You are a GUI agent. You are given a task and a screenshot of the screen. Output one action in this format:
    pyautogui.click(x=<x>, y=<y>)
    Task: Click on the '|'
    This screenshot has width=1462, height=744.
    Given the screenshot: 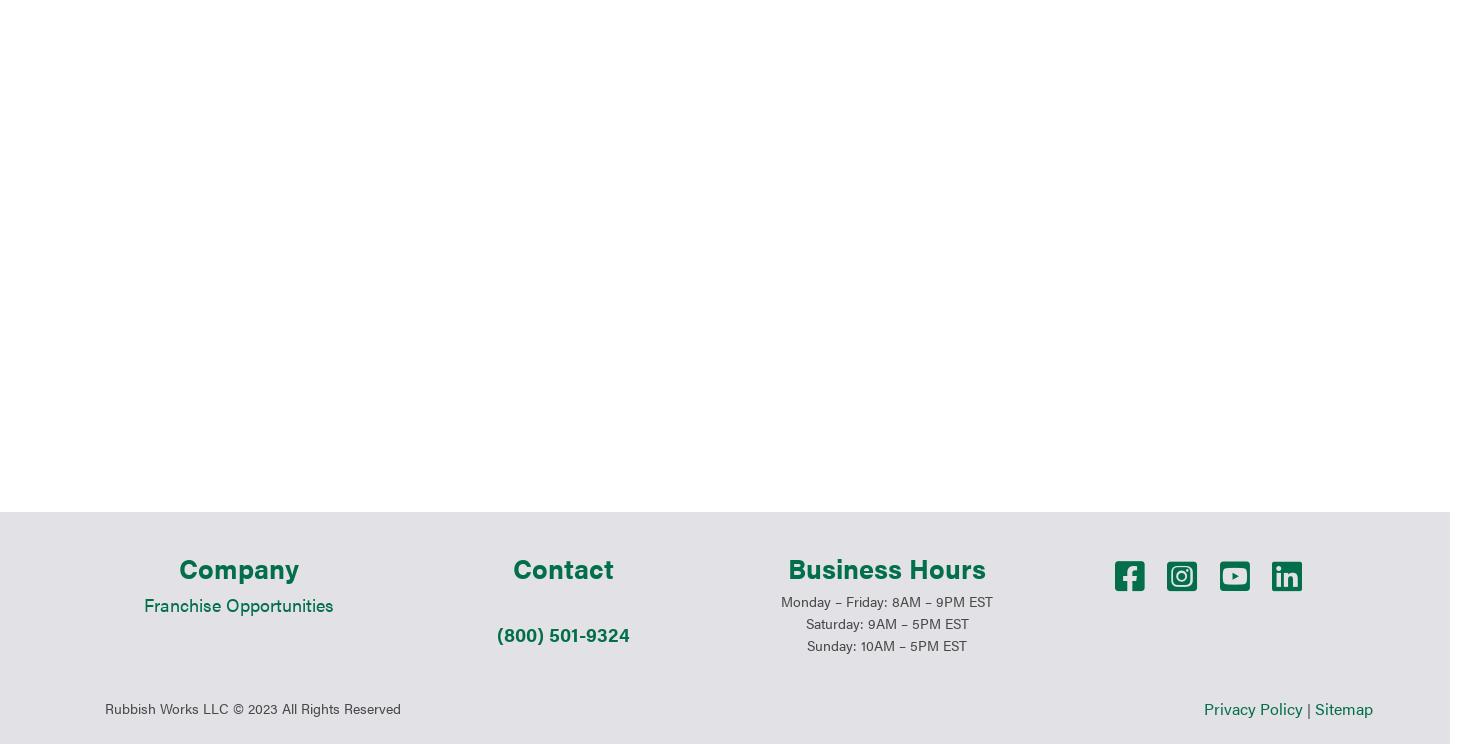 What is the action you would take?
    pyautogui.click(x=1307, y=508)
    